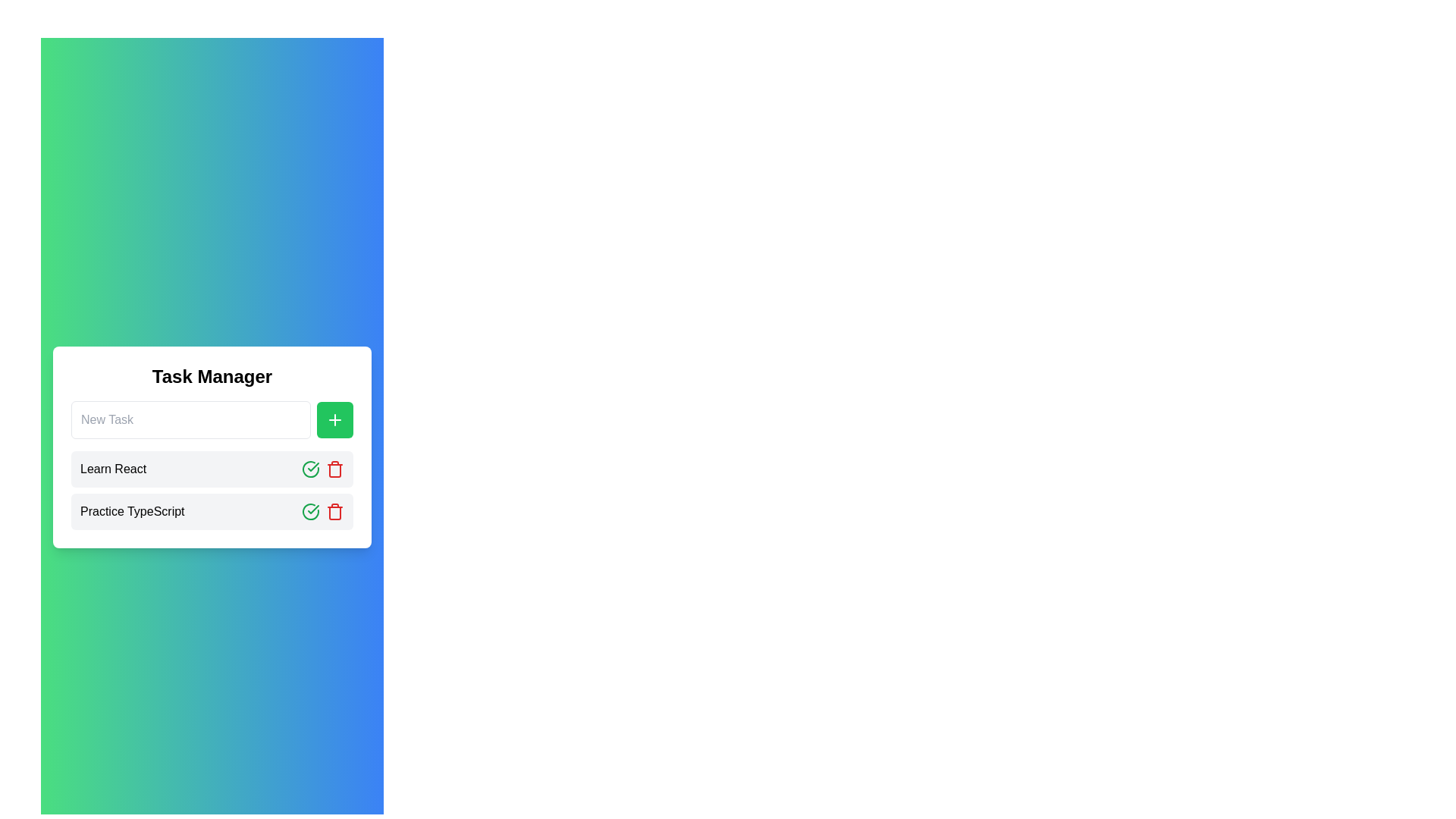  What do you see at coordinates (309, 512) in the screenshot?
I see `the green circular icon with a checkmark located to the left of the red trash icon within the 'Learn React' list item` at bounding box center [309, 512].